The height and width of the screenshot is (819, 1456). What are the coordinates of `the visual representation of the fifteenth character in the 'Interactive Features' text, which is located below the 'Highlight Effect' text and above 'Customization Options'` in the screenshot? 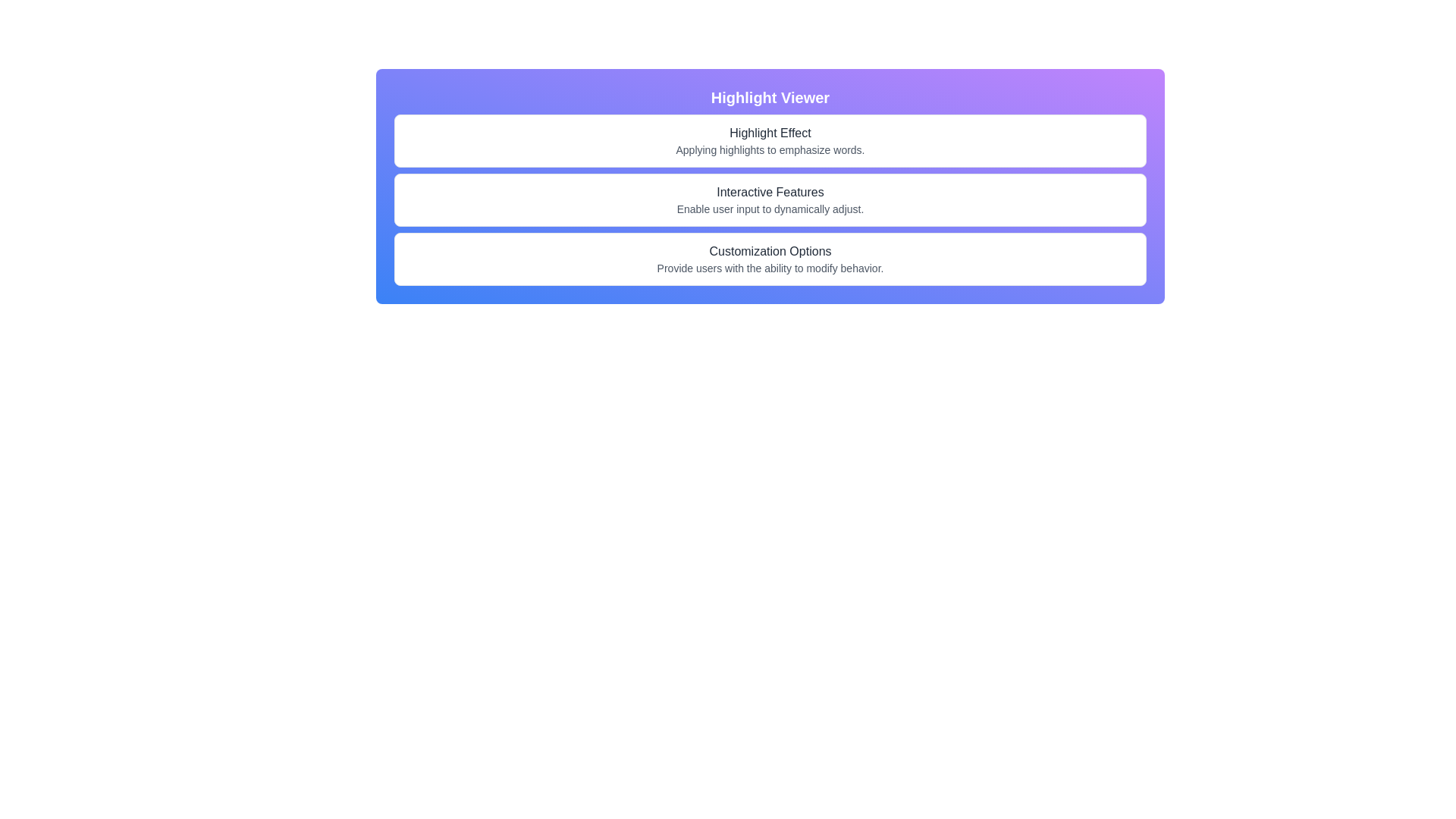 It's located at (792, 191).